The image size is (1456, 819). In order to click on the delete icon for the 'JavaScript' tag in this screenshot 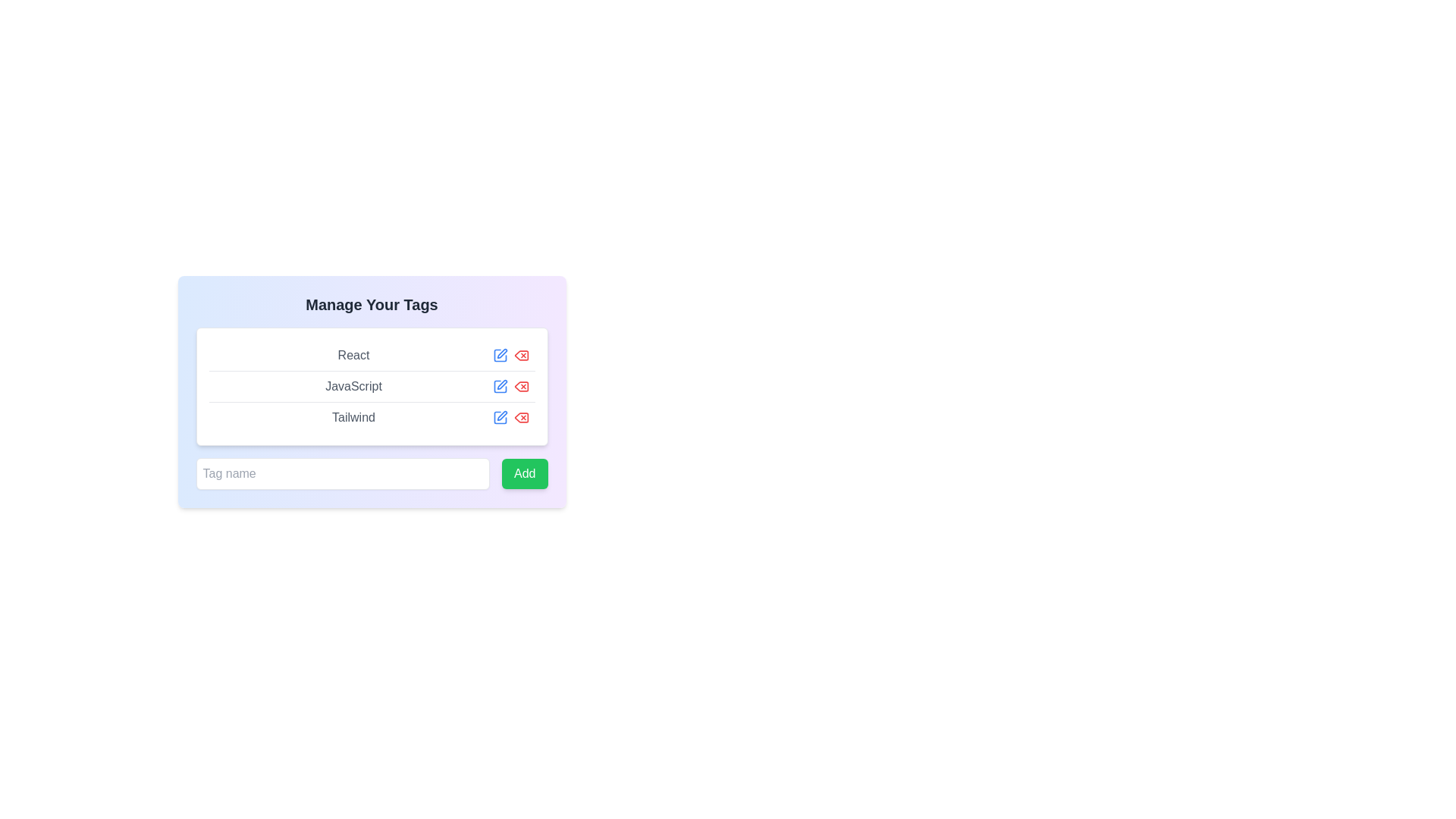, I will do `click(521, 385)`.